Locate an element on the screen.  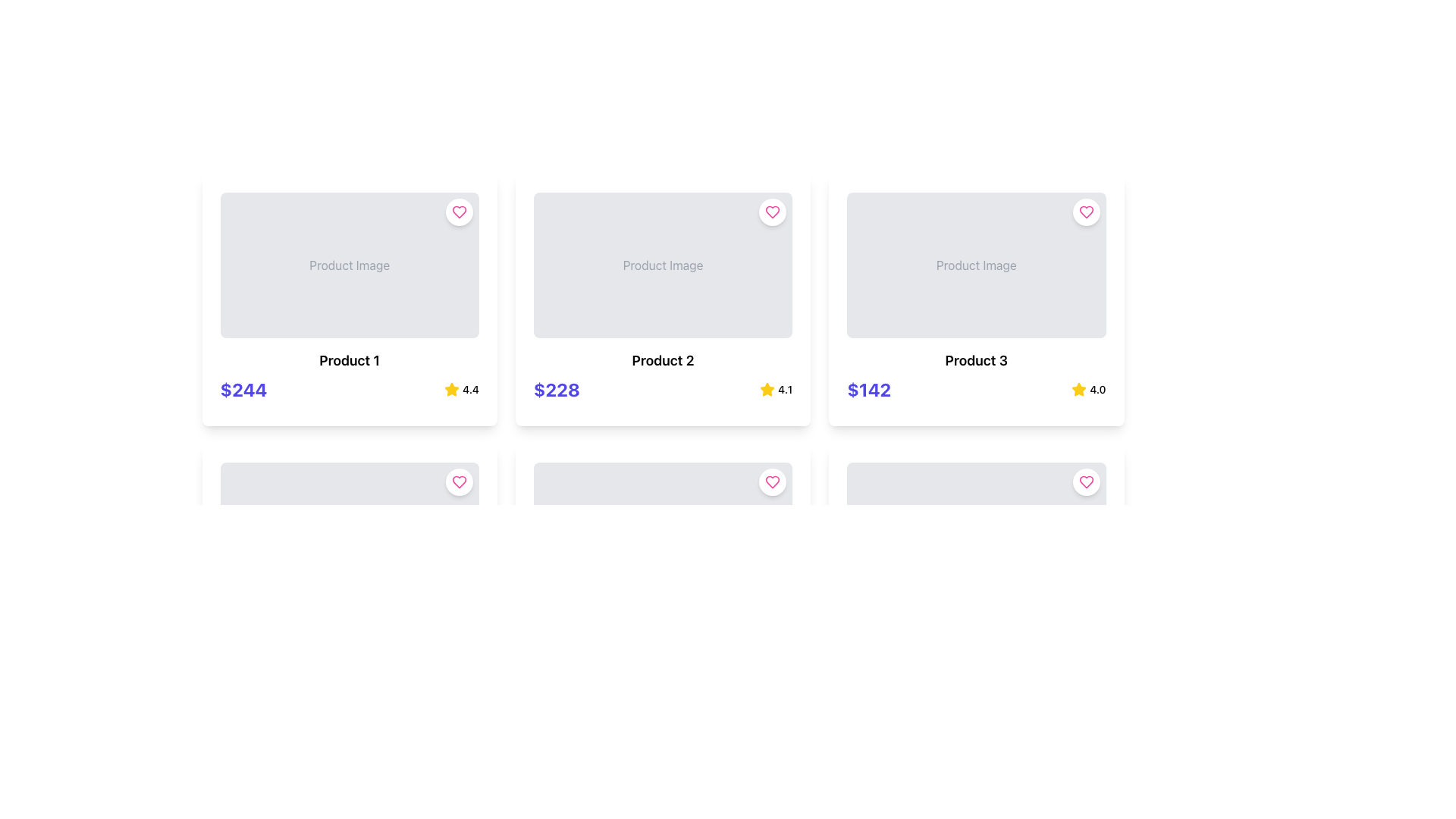
text content of the price label displaying '$228', which is styled in bold indigo blue and positioned in the lower-left quadrant of the 'Product 2' card, directly below the product image and title is located at coordinates (556, 388).